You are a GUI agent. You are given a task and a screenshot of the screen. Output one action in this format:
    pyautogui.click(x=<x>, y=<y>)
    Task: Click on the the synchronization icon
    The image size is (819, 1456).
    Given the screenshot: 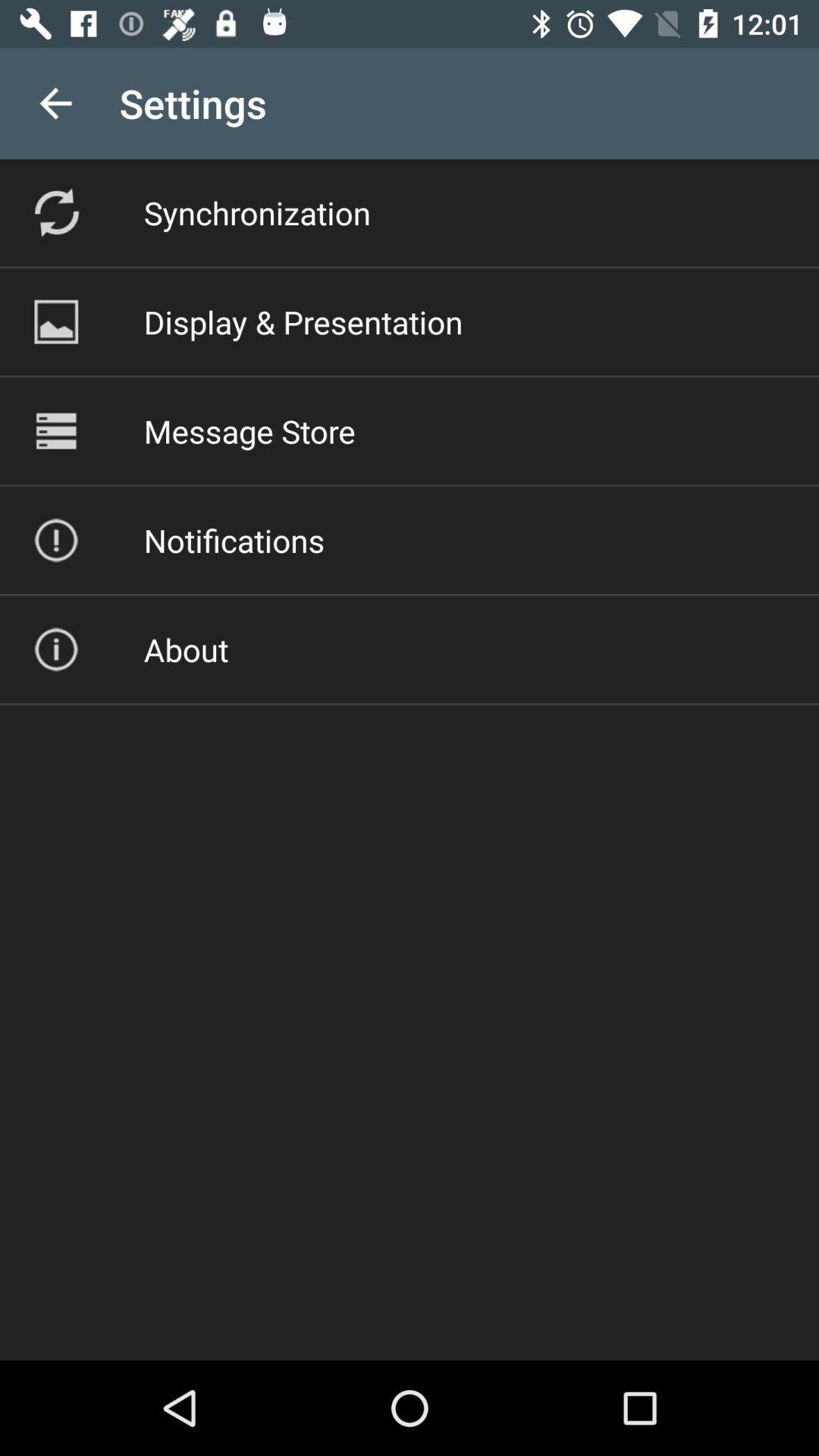 What is the action you would take?
    pyautogui.click(x=256, y=212)
    